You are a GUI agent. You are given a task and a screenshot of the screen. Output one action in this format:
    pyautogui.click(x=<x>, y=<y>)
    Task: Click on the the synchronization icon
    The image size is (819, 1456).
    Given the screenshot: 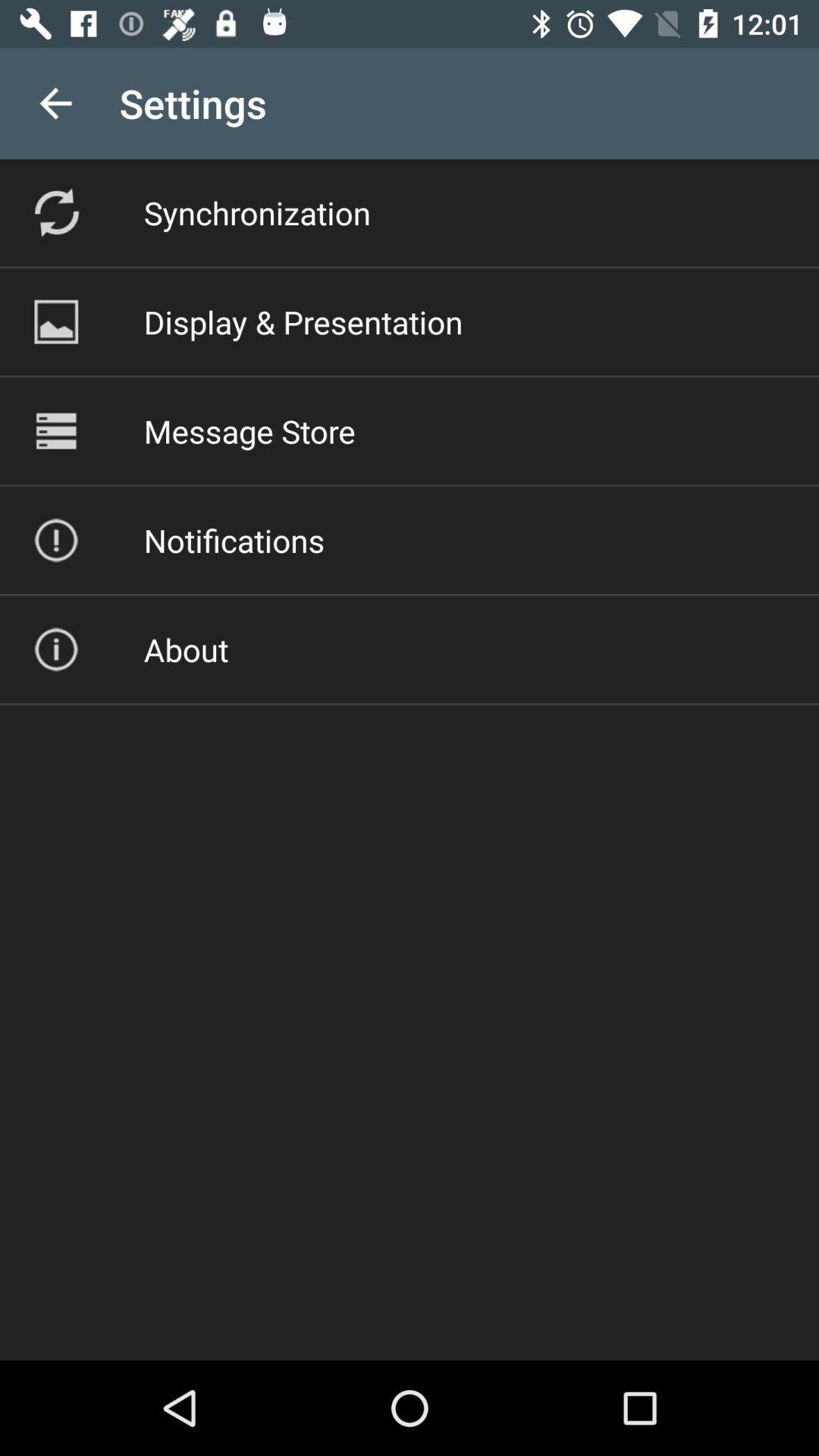 What is the action you would take?
    pyautogui.click(x=256, y=212)
    